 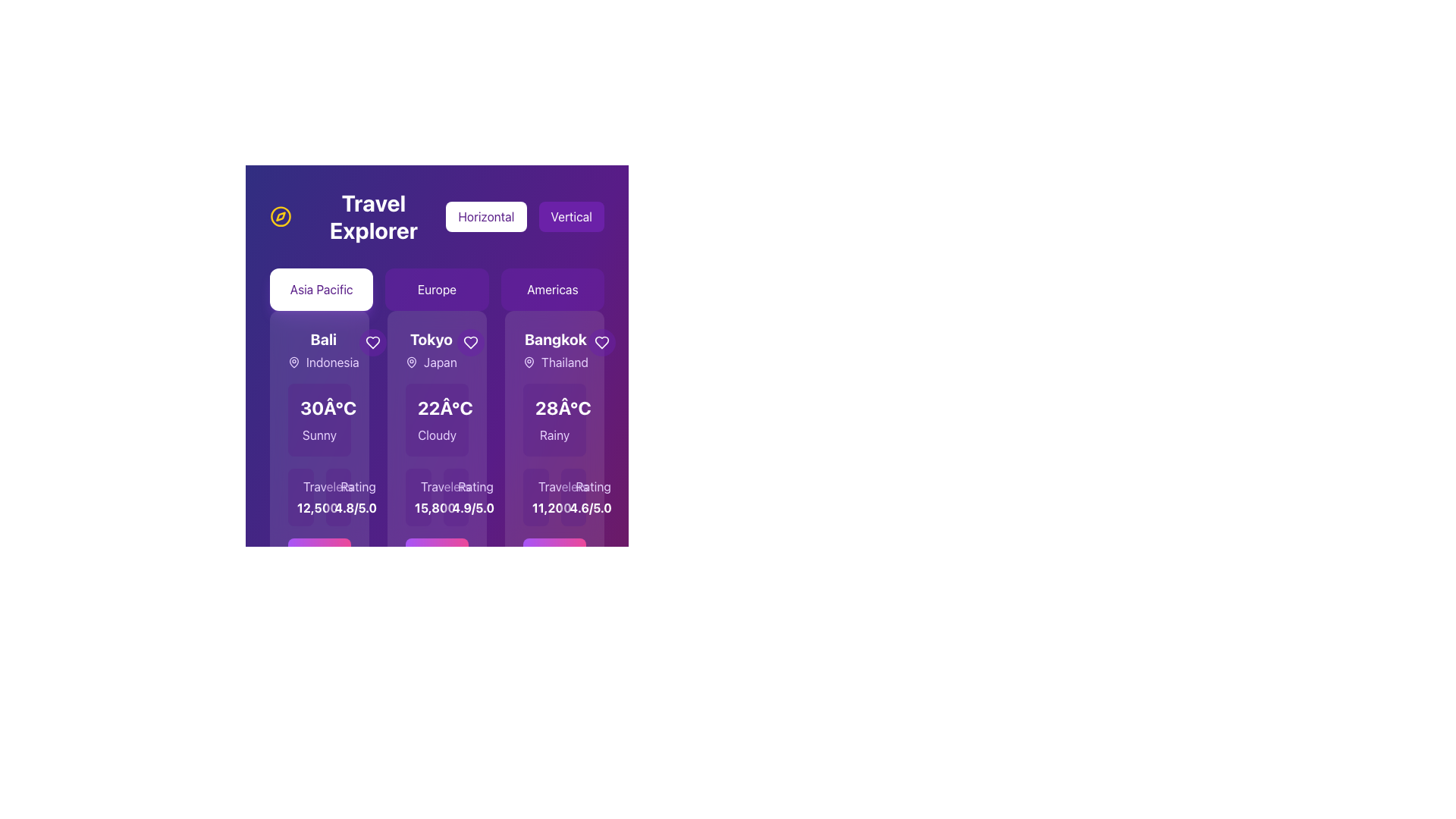 I want to click on the text label displaying '22°C' in the second card representing Tokyo, Japan, located under the 'Europe' tab in the 'Travel Explorer' section, so click(x=444, y=406).